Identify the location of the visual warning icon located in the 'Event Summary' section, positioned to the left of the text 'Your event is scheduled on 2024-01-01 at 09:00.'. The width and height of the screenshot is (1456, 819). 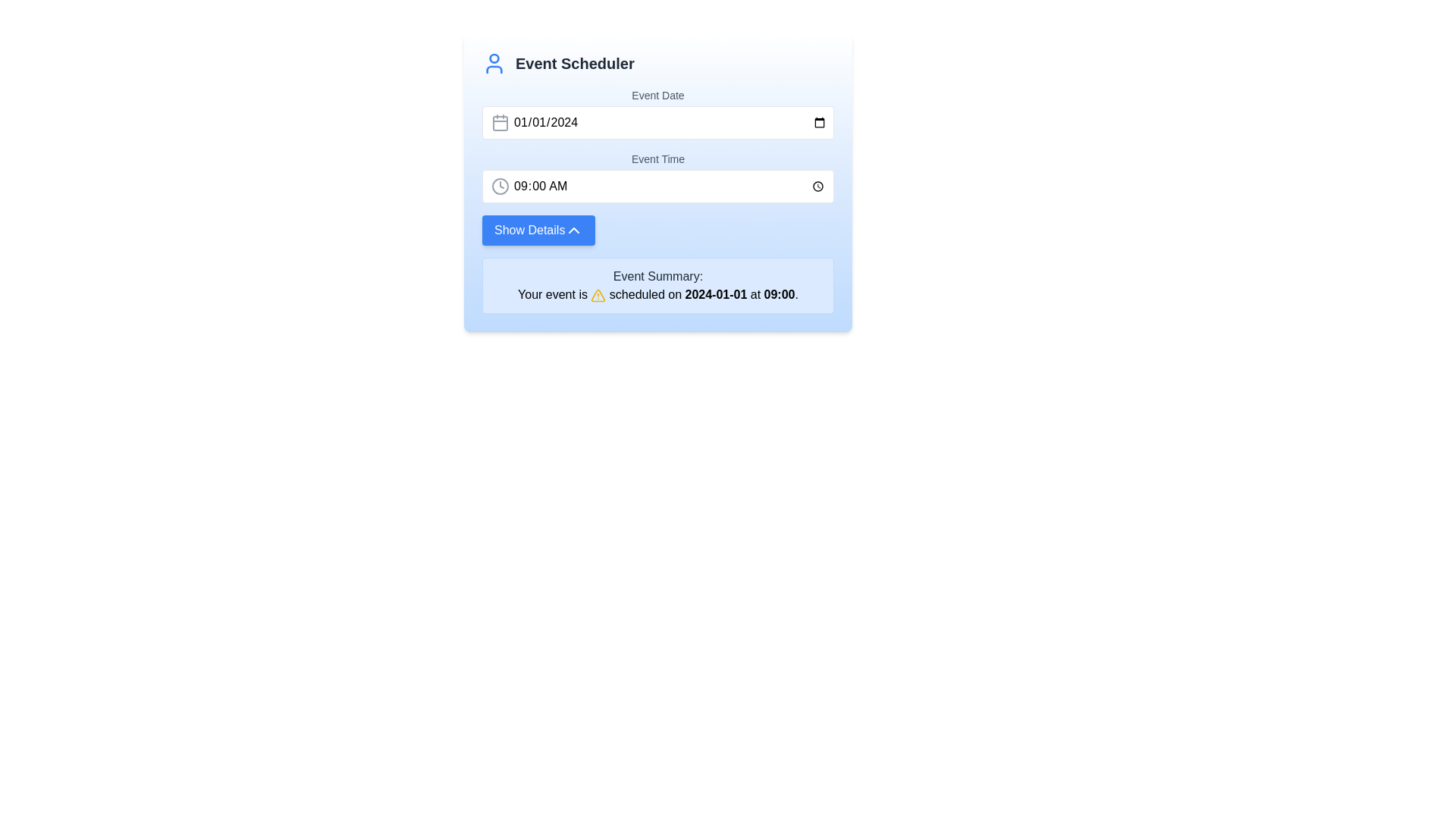
(598, 295).